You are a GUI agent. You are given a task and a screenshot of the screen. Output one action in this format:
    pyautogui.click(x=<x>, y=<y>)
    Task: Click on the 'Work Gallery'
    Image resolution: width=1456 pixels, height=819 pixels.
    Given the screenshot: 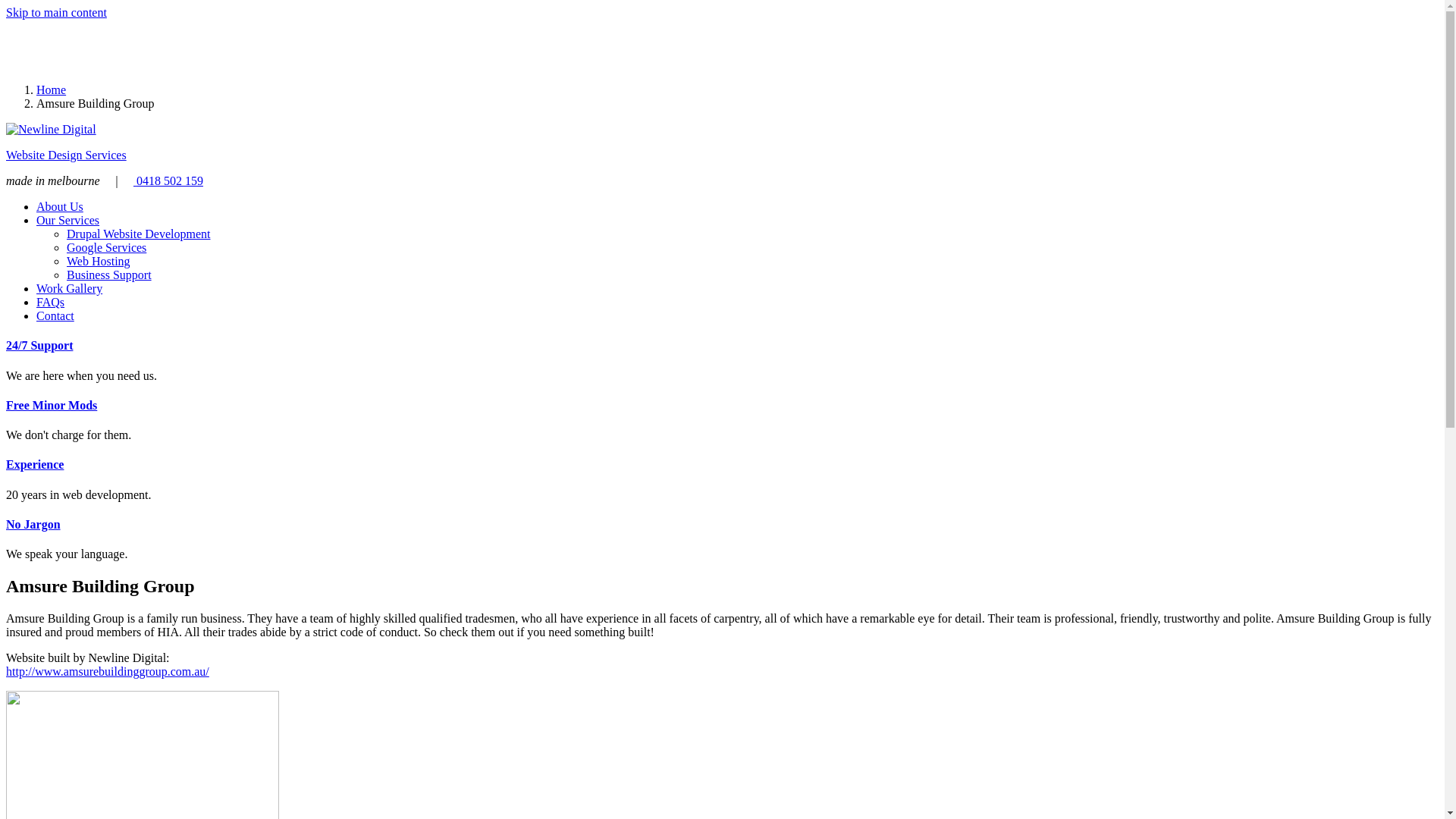 What is the action you would take?
    pyautogui.click(x=36, y=288)
    